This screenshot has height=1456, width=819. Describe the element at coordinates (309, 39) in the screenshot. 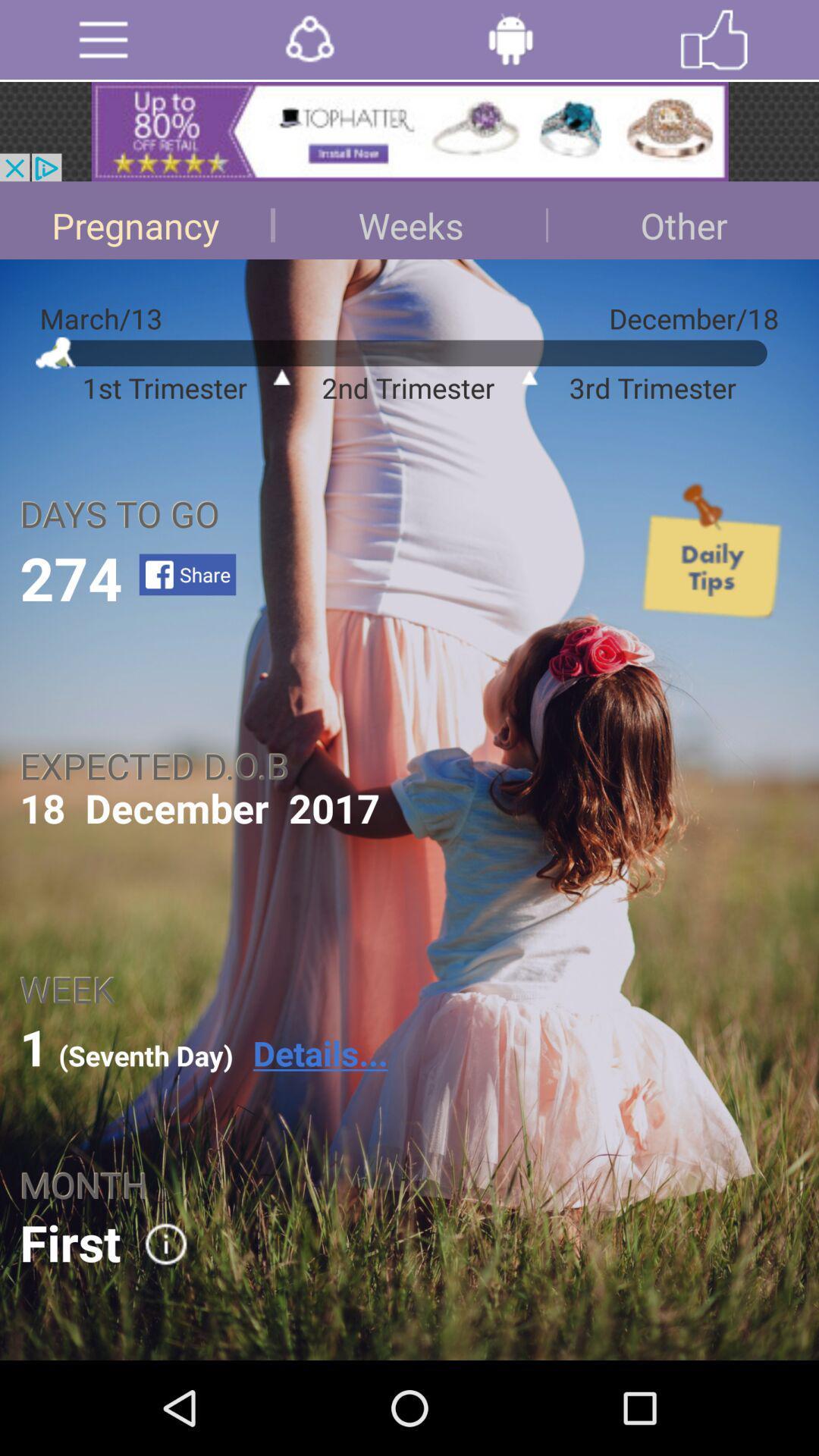

I see `share the article` at that location.